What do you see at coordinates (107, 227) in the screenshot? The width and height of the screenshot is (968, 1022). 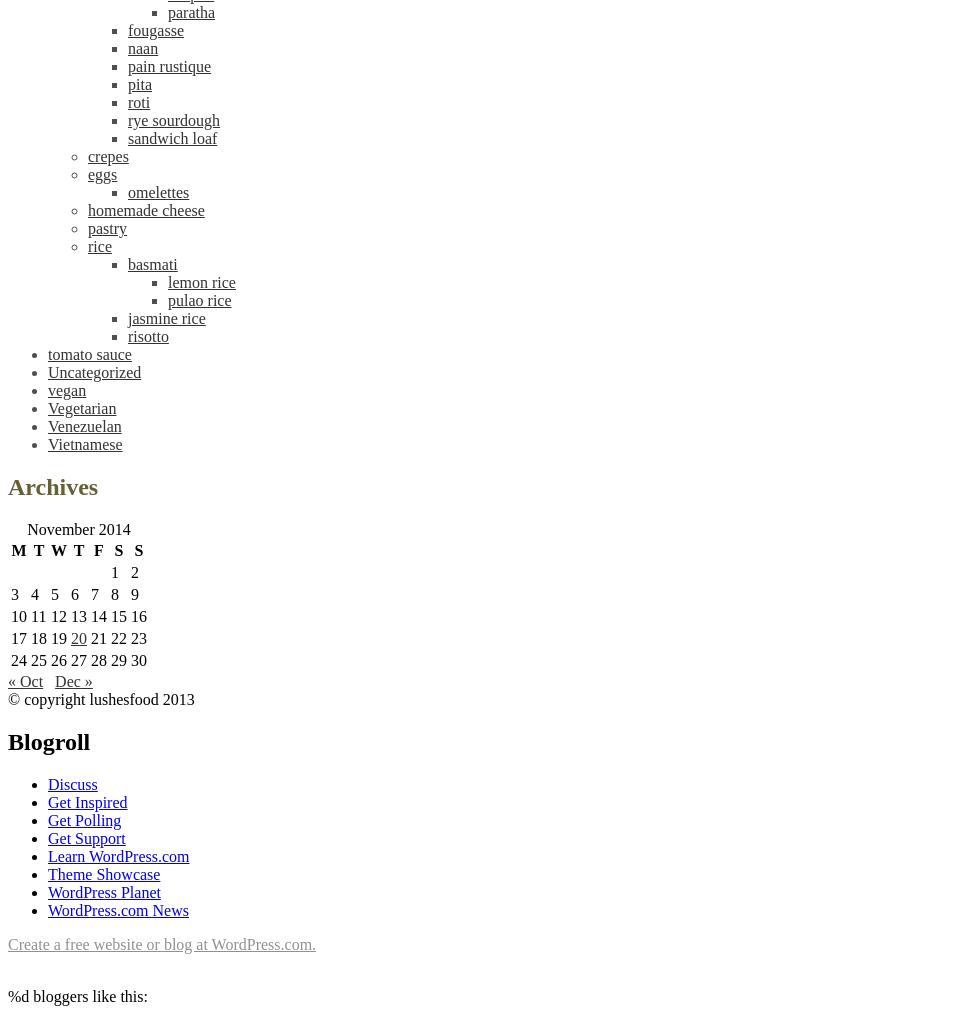 I see `'pastry'` at bounding box center [107, 227].